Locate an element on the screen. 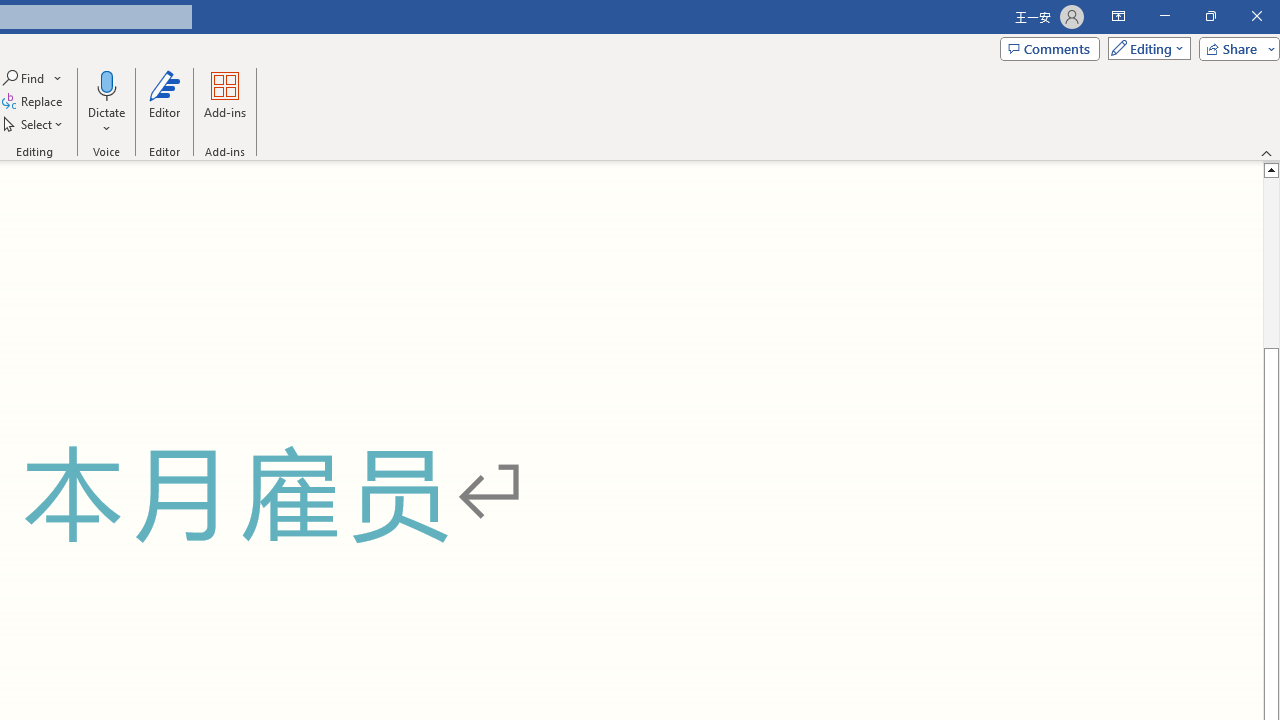  'More Options' is located at coordinates (105, 121).